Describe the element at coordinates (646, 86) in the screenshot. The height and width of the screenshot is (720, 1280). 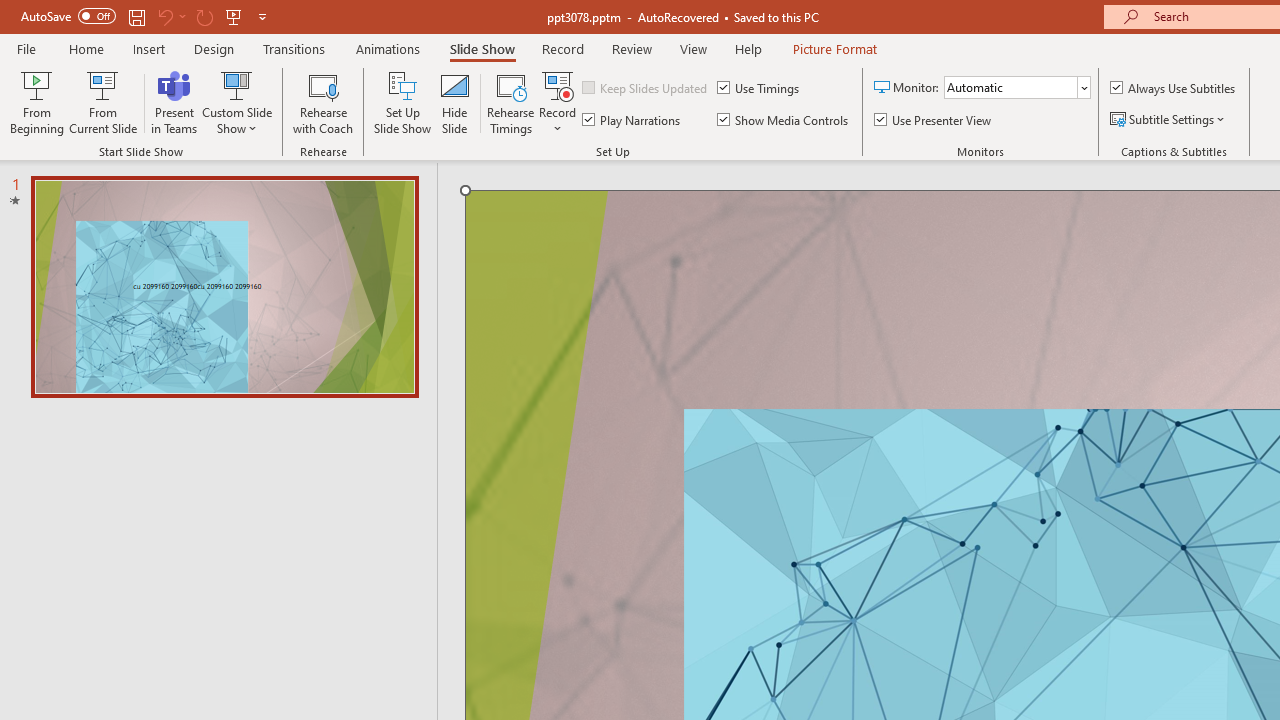
I see `'Keep Slides Updated'` at that location.